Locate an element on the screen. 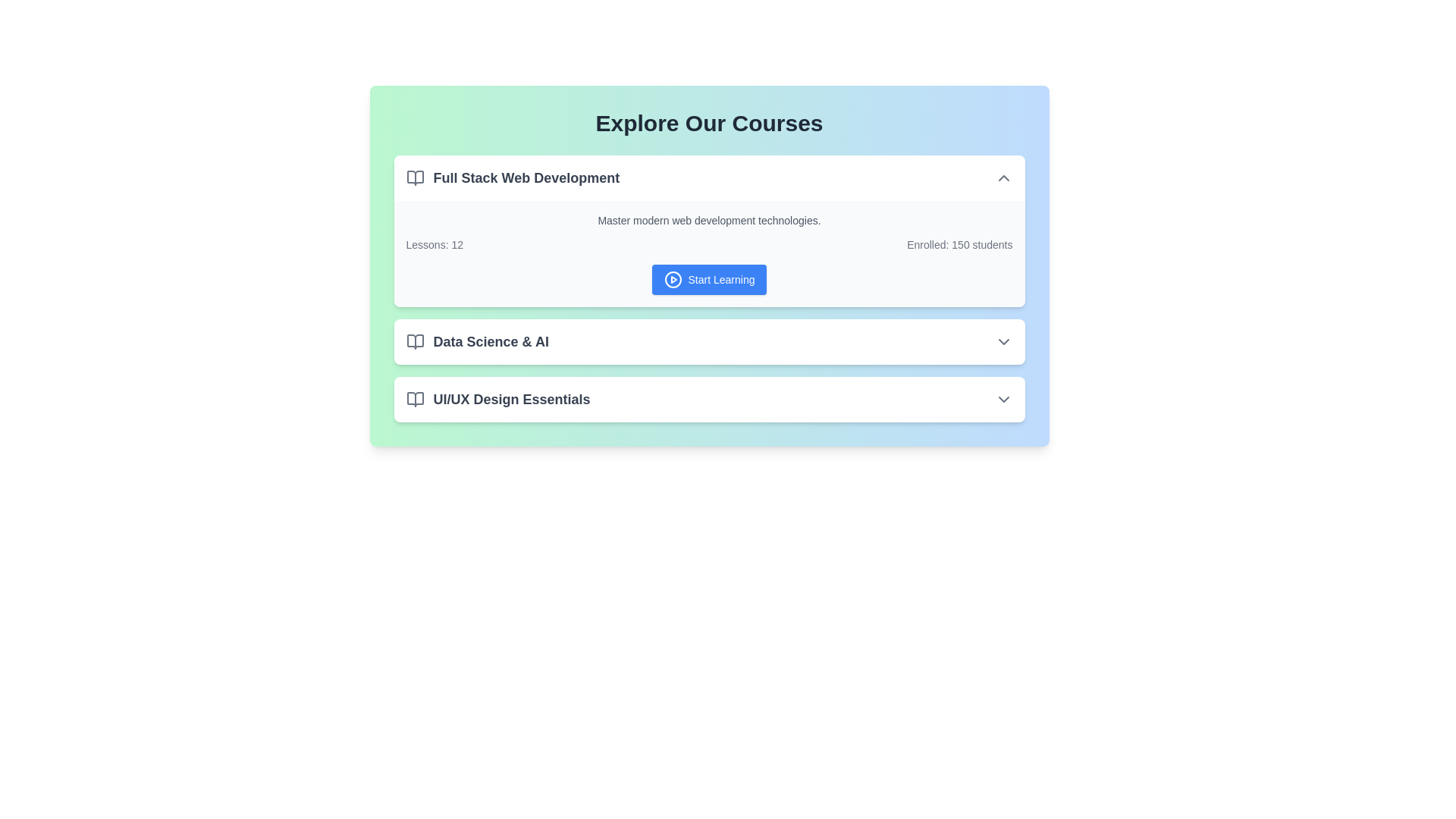 The height and width of the screenshot is (819, 1456). the text label displaying 'Full Stack Web Development' if it serves as a link is located at coordinates (513, 177).